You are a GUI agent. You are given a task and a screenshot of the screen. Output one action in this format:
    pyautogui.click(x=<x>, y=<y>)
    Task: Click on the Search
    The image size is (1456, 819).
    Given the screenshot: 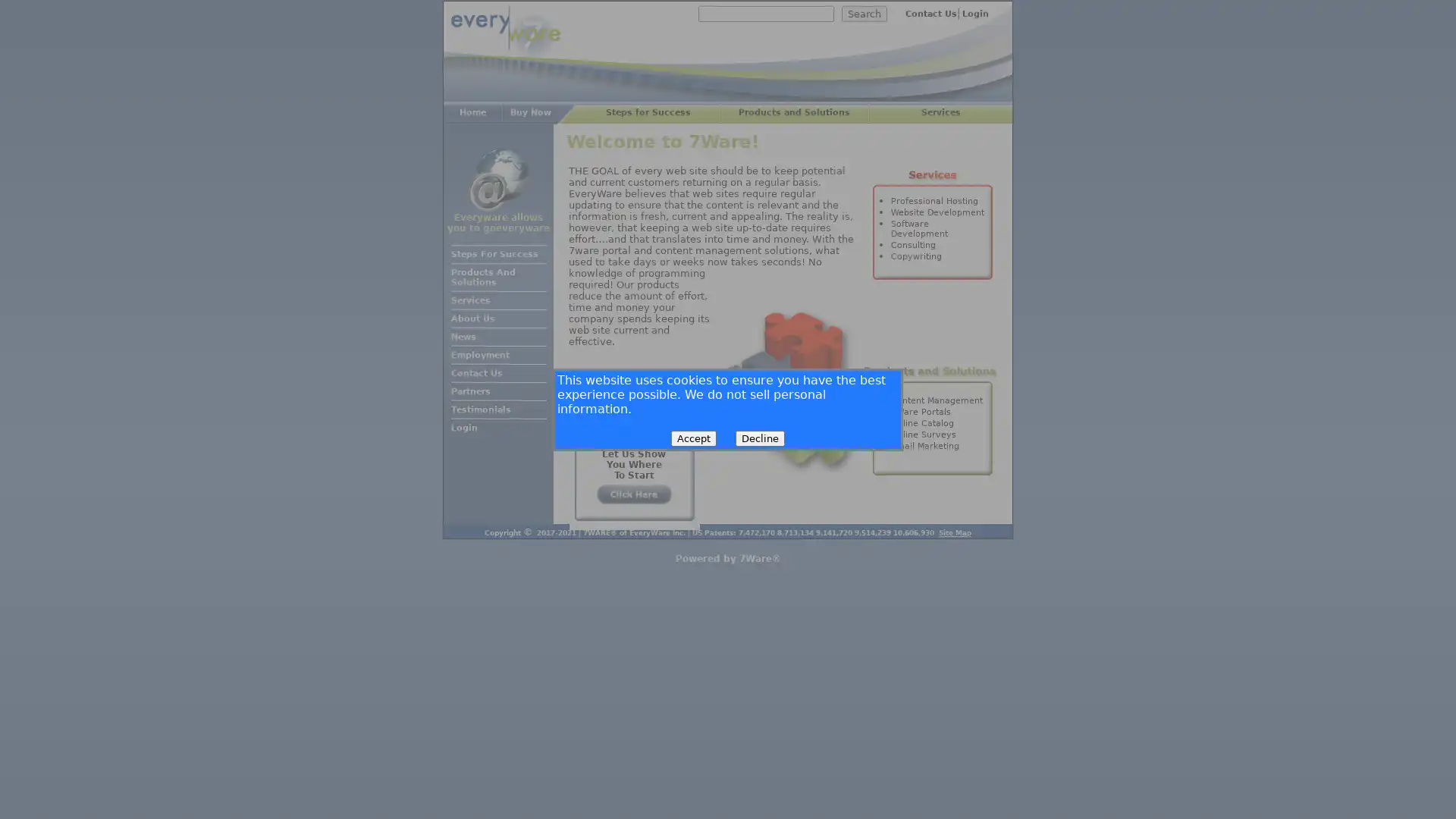 What is the action you would take?
    pyautogui.click(x=864, y=14)
    